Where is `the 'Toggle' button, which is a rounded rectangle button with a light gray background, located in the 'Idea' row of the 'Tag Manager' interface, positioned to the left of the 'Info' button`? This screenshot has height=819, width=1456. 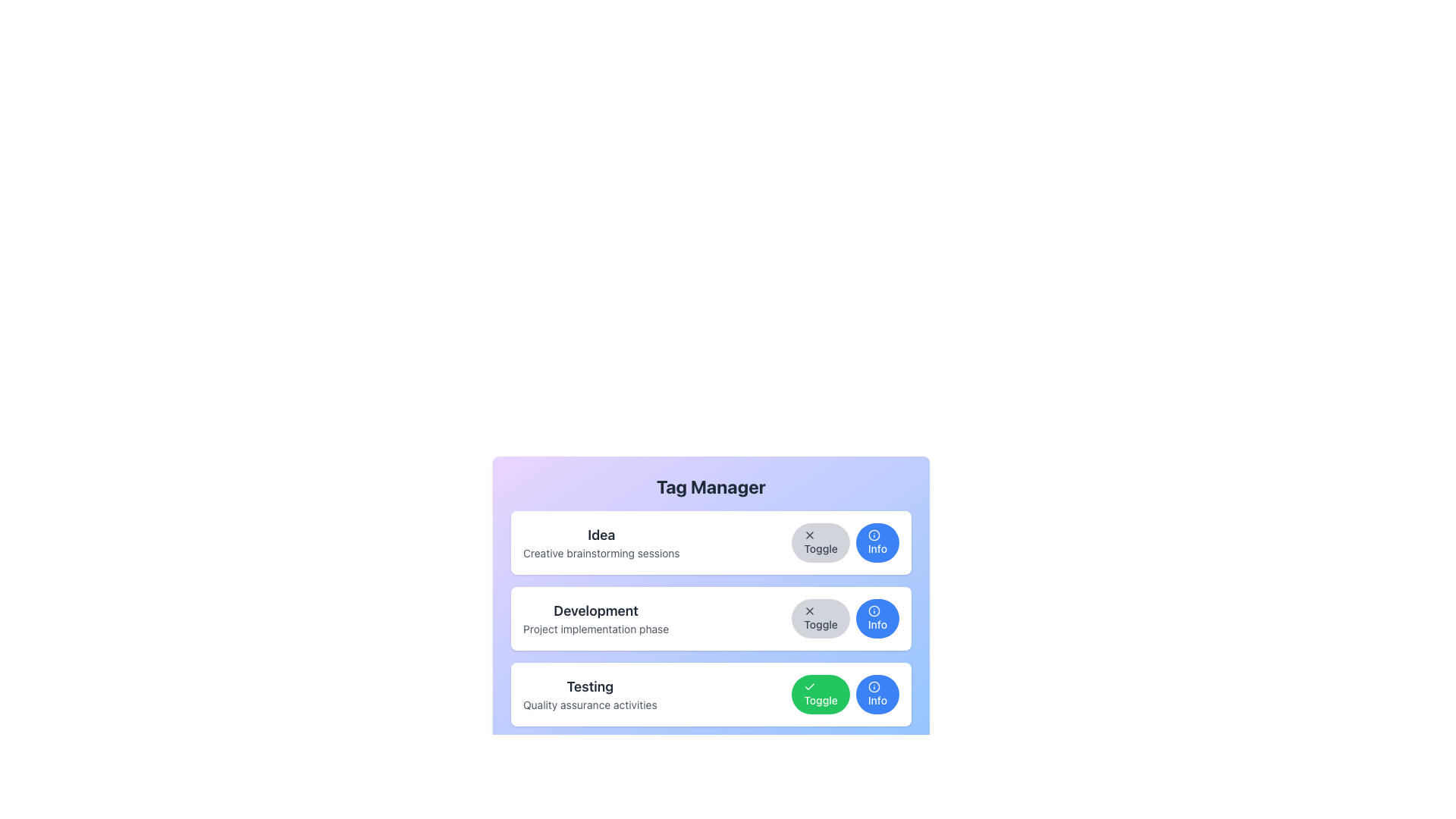 the 'Toggle' button, which is a rounded rectangle button with a light gray background, located in the 'Idea' row of the 'Tag Manager' interface, positioned to the left of the 'Info' button is located at coordinates (820, 542).